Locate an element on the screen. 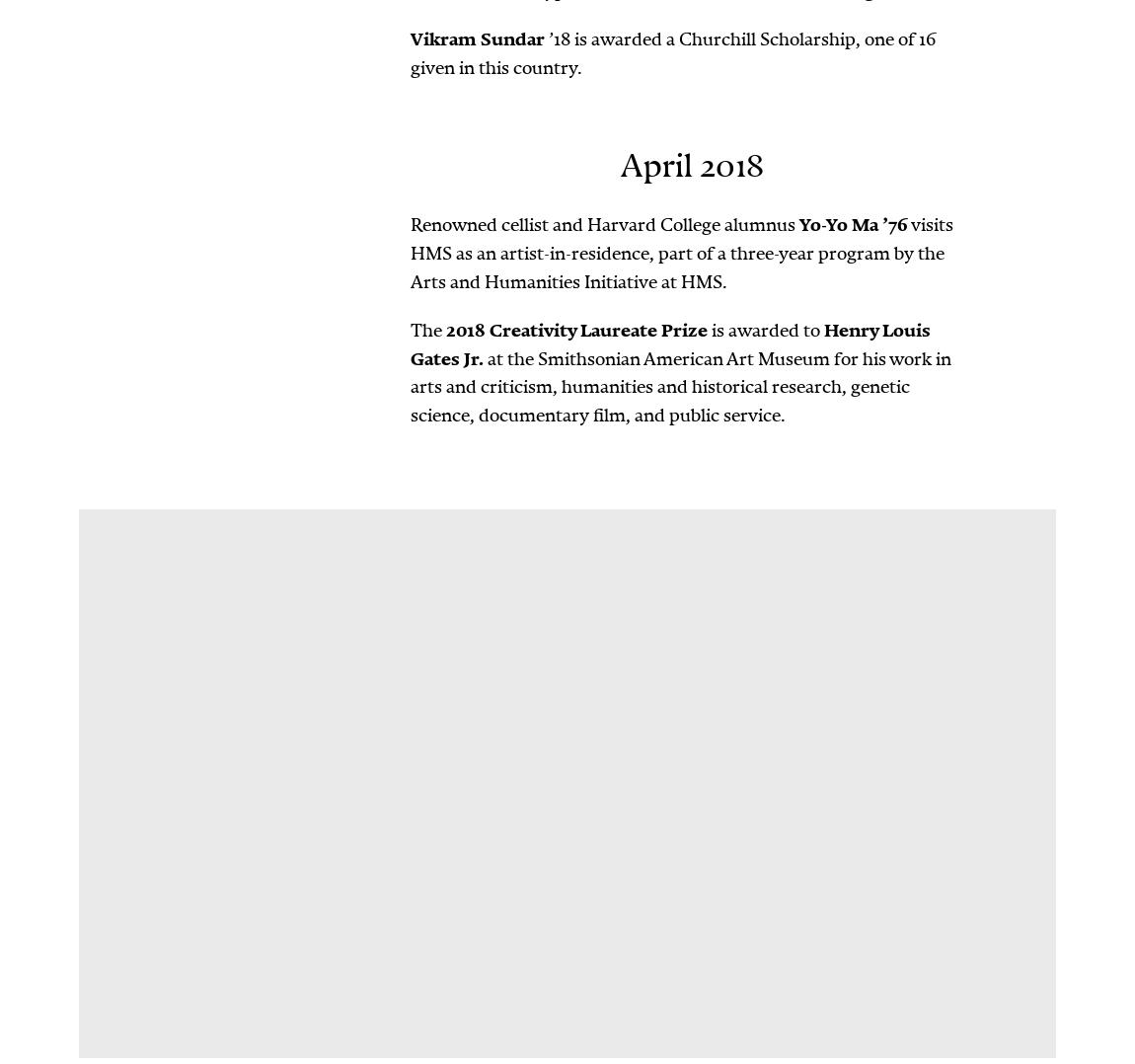  'visits HMS as an artist-in-residence, part of a three-year program by the Arts and Humanities Initiative at HMS.' is located at coordinates (681, 252).